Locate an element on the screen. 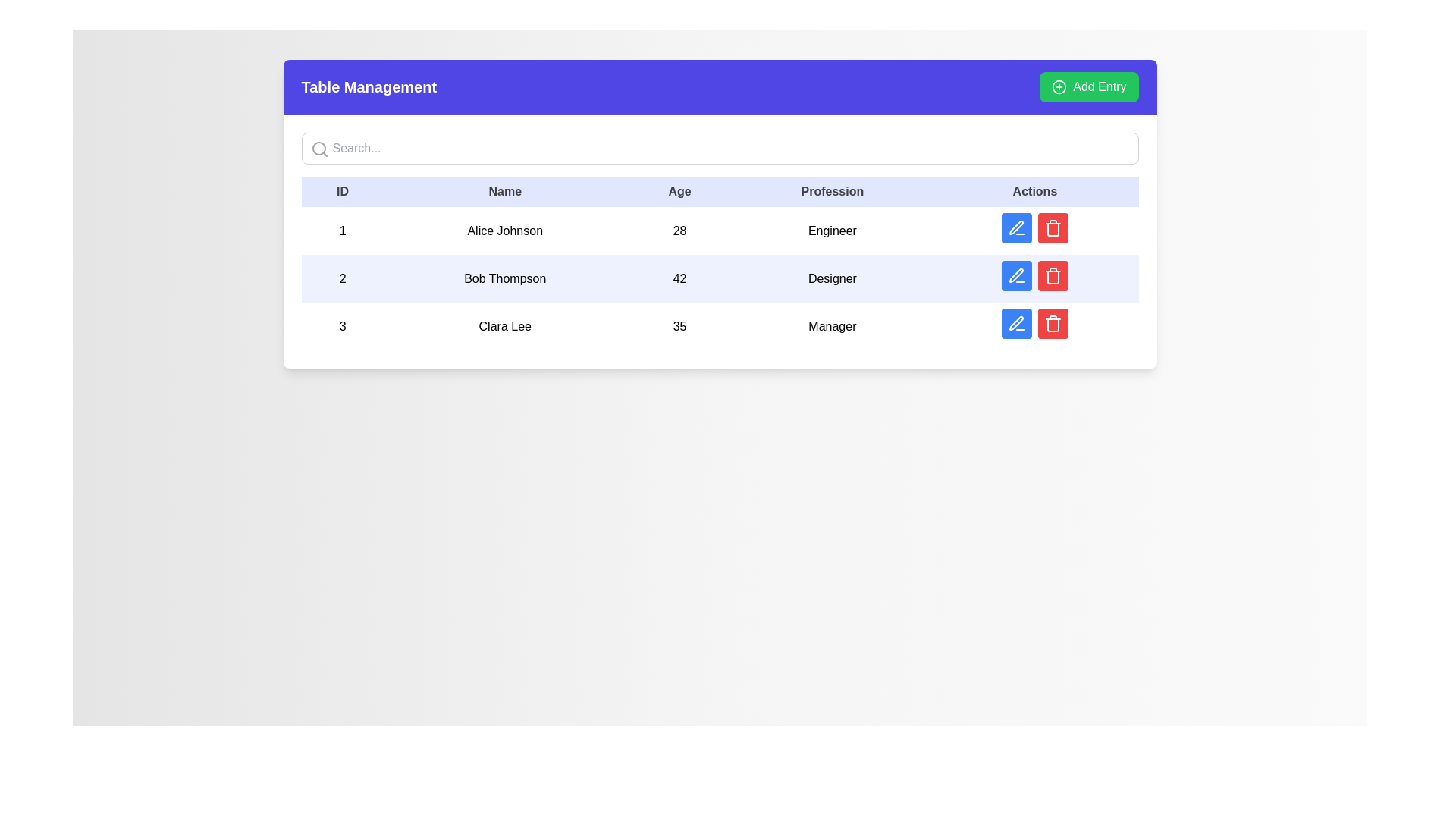 The width and height of the screenshot is (1456, 819). the interactive button group in the last column of the row for 'Alice Johnson' is located at coordinates (1034, 231).